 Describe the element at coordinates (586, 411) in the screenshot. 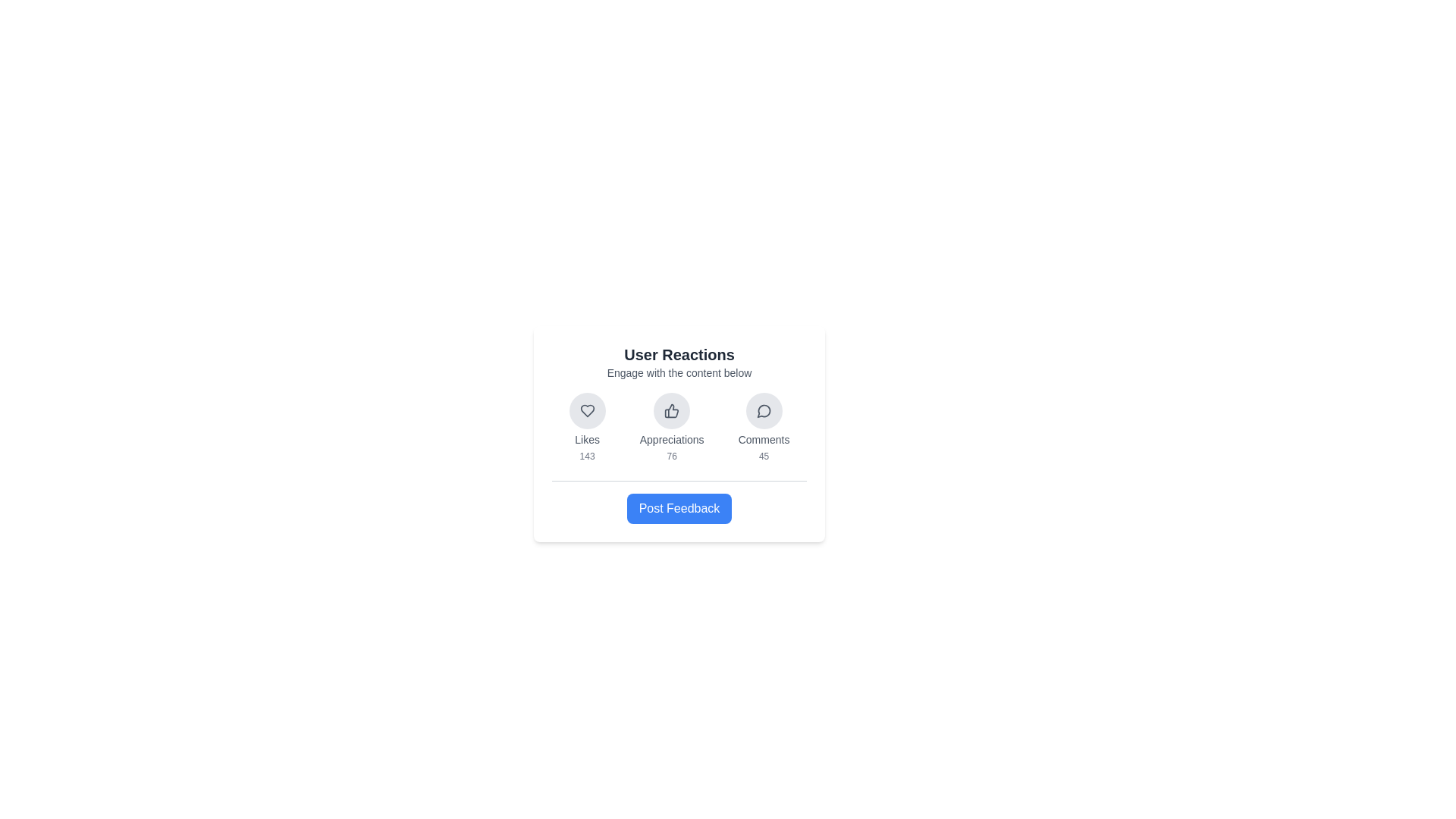

I see `the circular button with a heart icon in the 'Likes' section` at that location.